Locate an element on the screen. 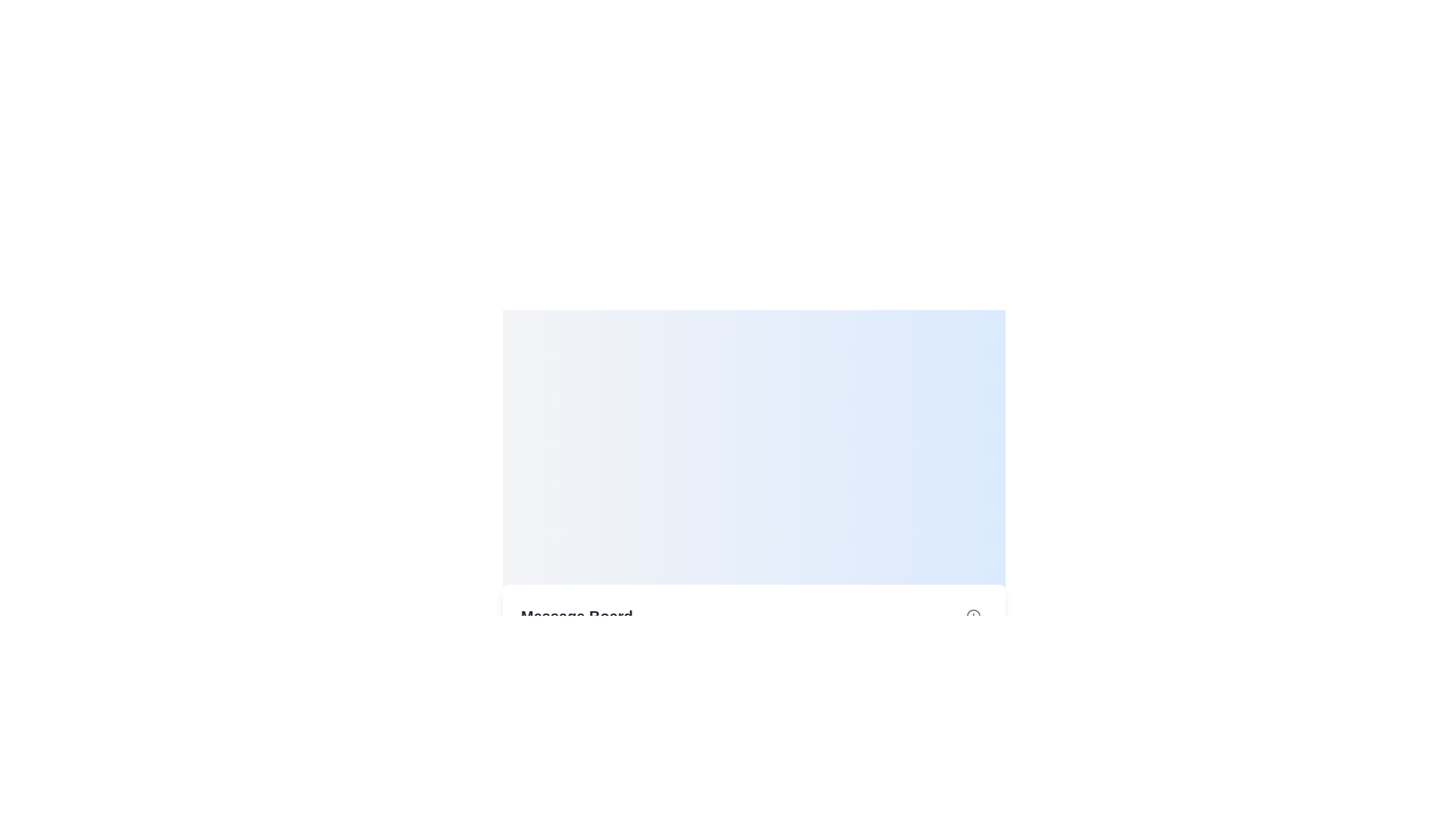 The height and width of the screenshot is (819, 1456). the circular gray button with a plus sign inside, located at the far right of the 'Message Board' section, to observe the hover effect is located at coordinates (973, 616).